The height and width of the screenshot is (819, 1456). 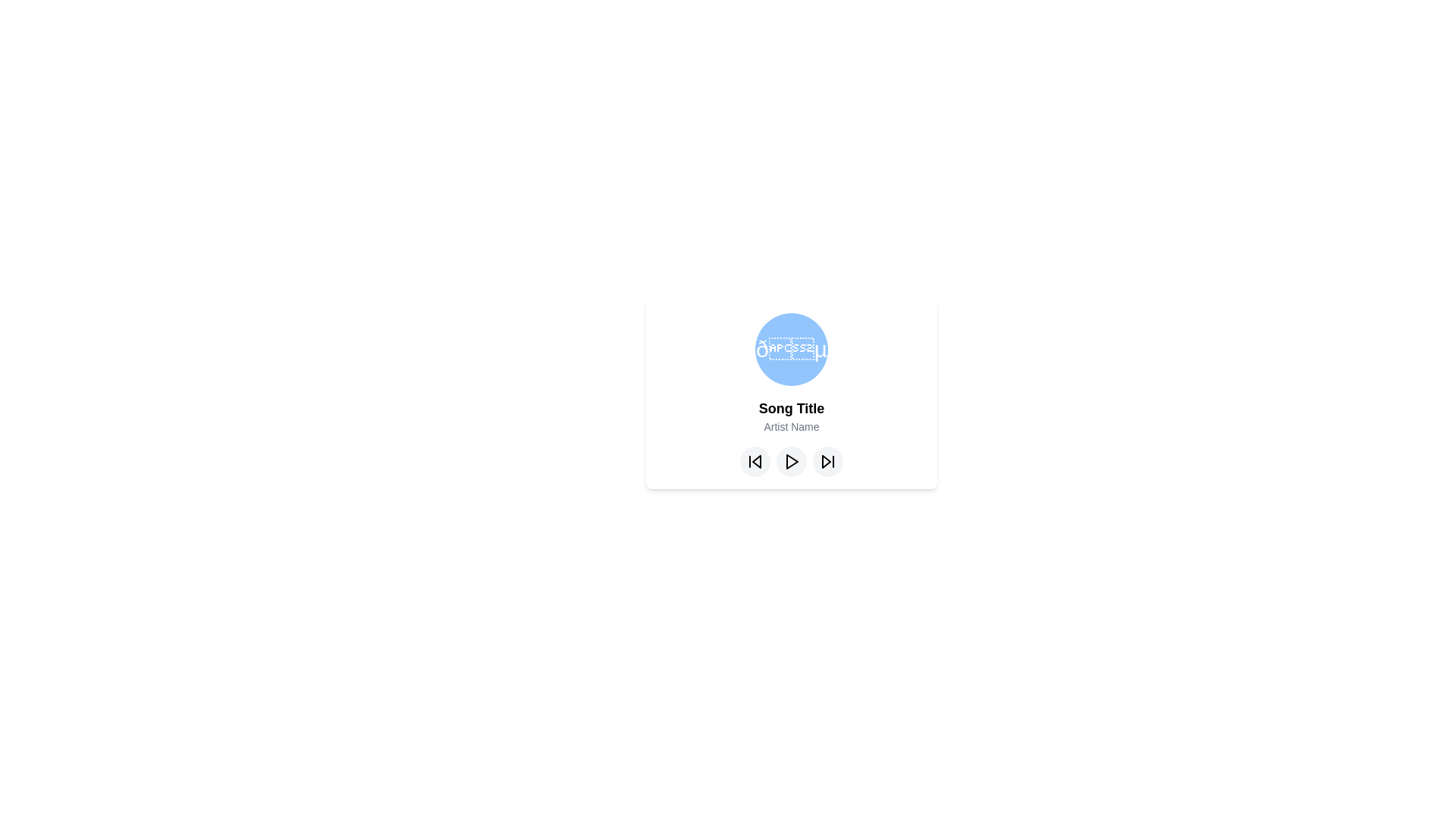 What do you see at coordinates (790, 394) in the screenshot?
I see `the group of display elements that shows song information, including title and artist` at bounding box center [790, 394].